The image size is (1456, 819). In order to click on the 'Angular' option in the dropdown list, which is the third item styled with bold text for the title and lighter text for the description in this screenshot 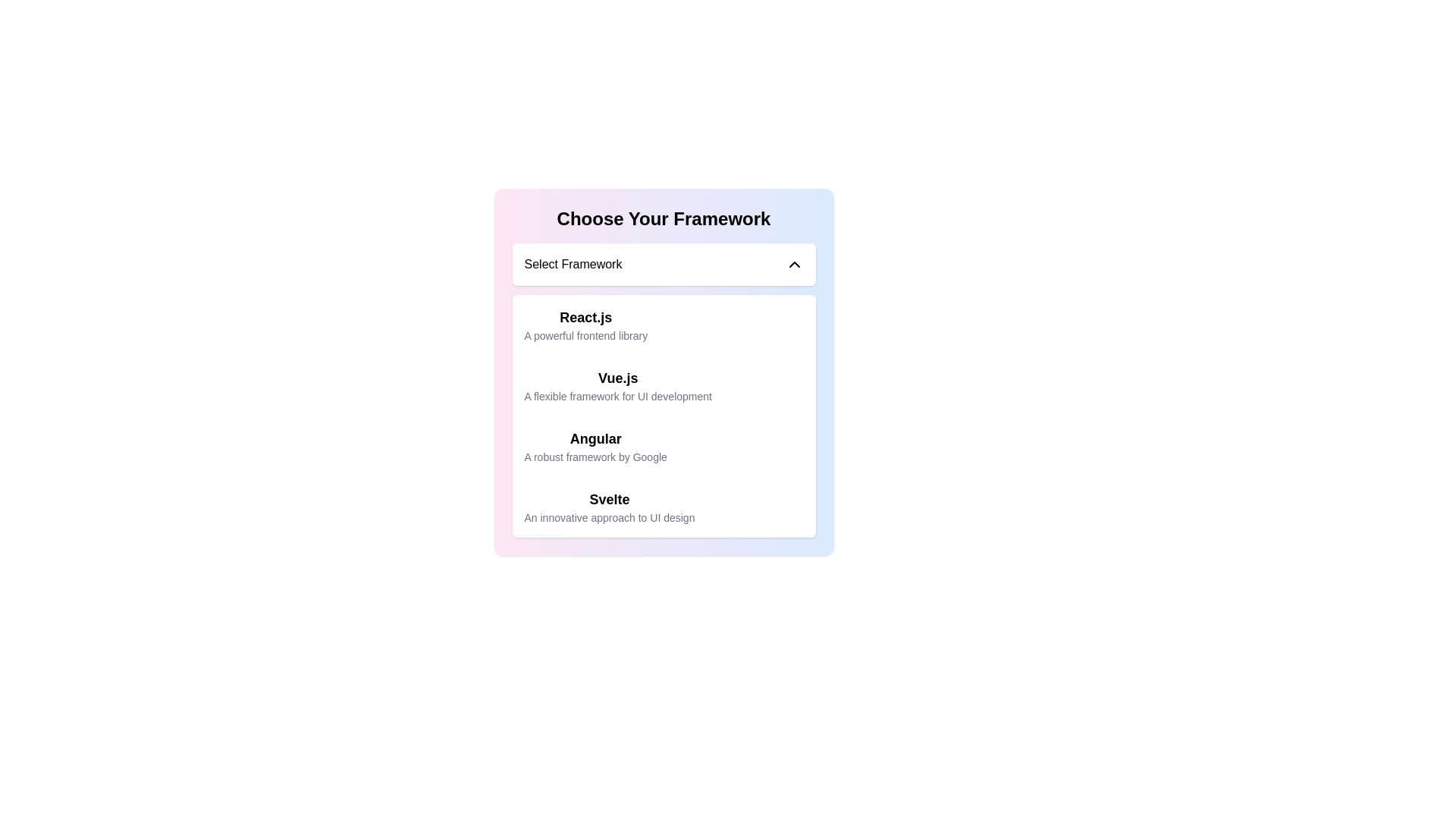, I will do `click(595, 446)`.